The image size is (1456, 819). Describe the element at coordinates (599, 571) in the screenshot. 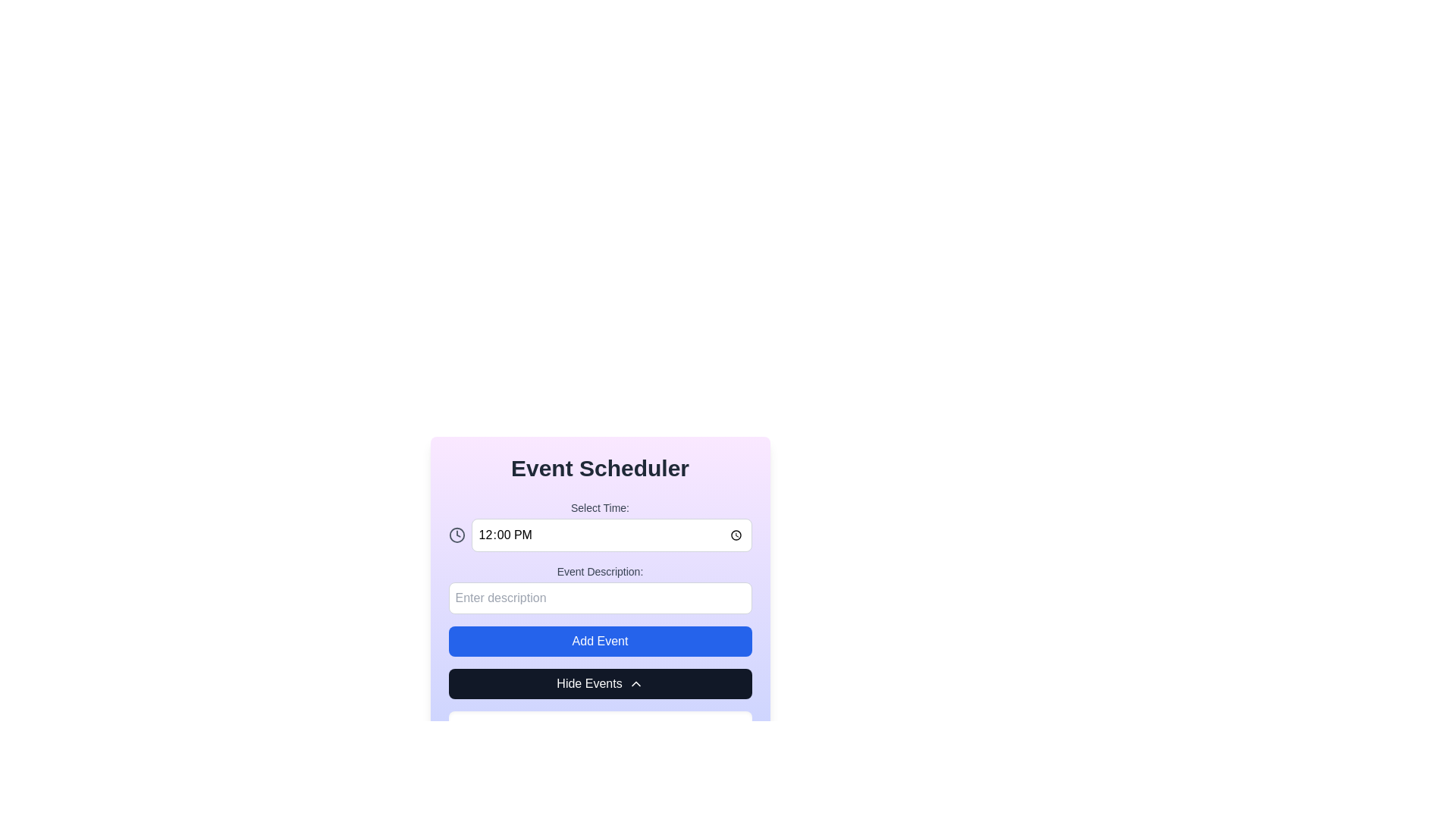

I see `the text label indicating that users should enter a description for the event, which is centrally located below the time selection section and precedes the input field` at that location.